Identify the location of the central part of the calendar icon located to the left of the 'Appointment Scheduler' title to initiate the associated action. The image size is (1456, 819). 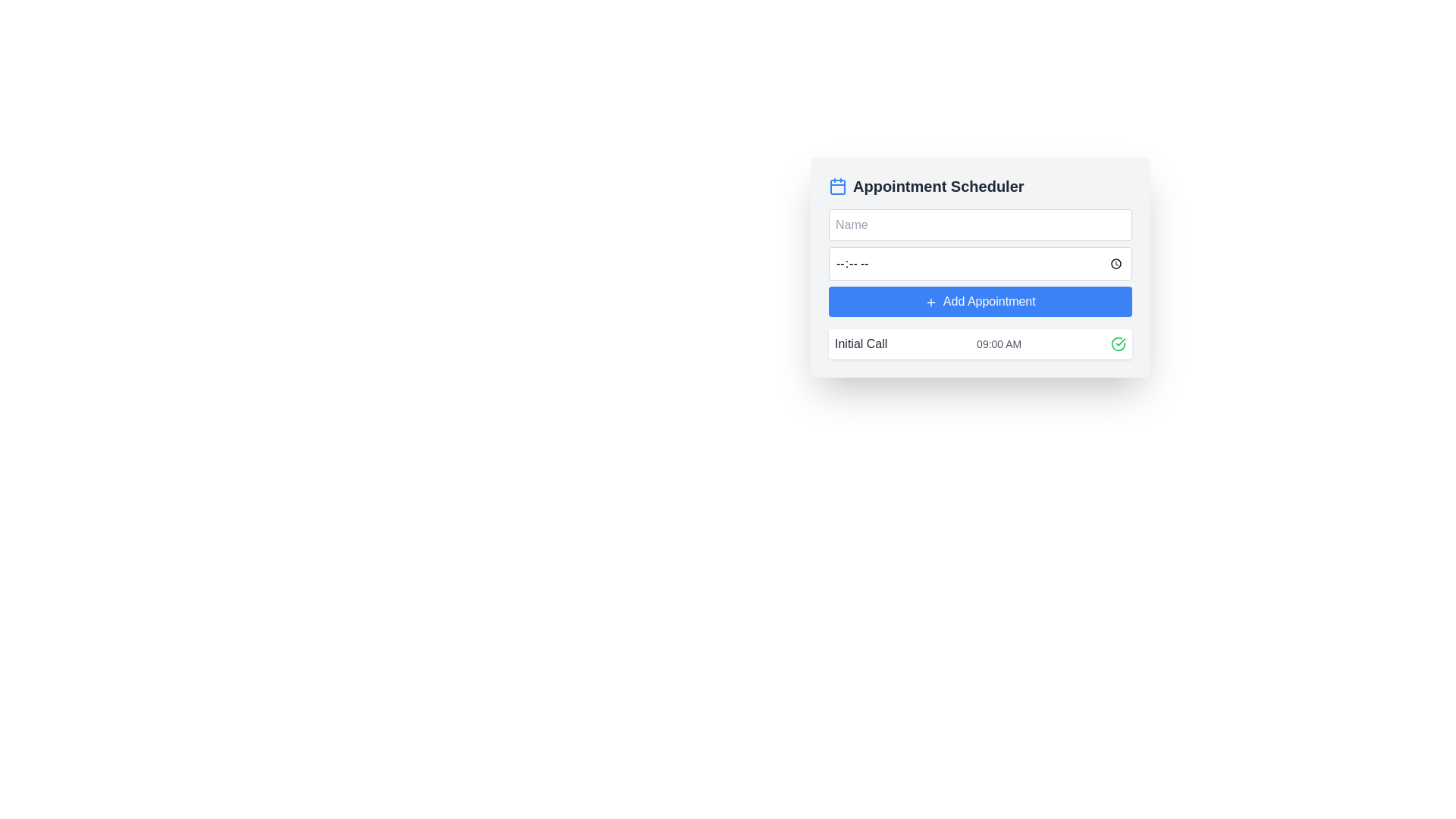
(836, 186).